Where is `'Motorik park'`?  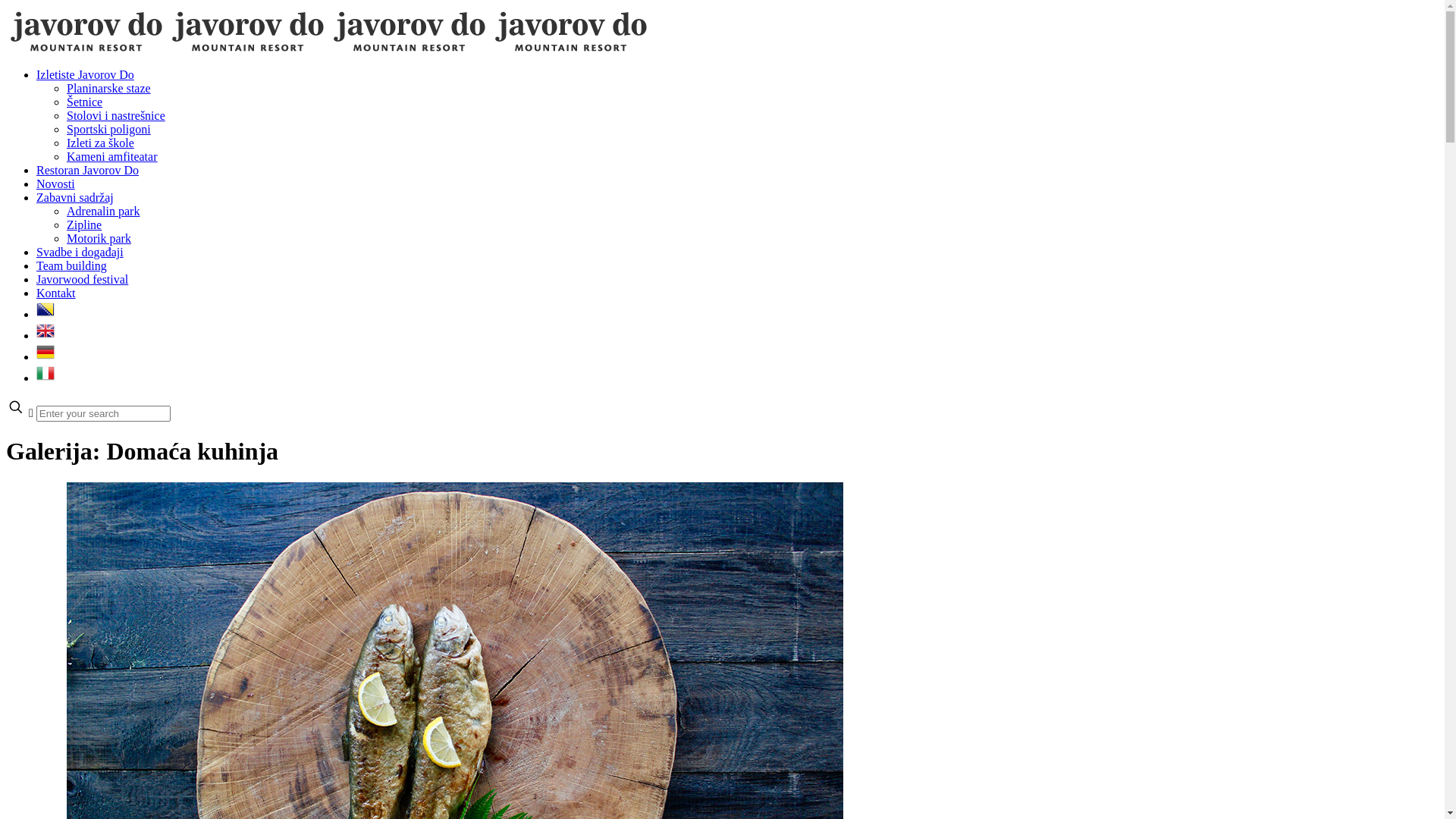
'Motorik park' is located at coordinates (98, 238).